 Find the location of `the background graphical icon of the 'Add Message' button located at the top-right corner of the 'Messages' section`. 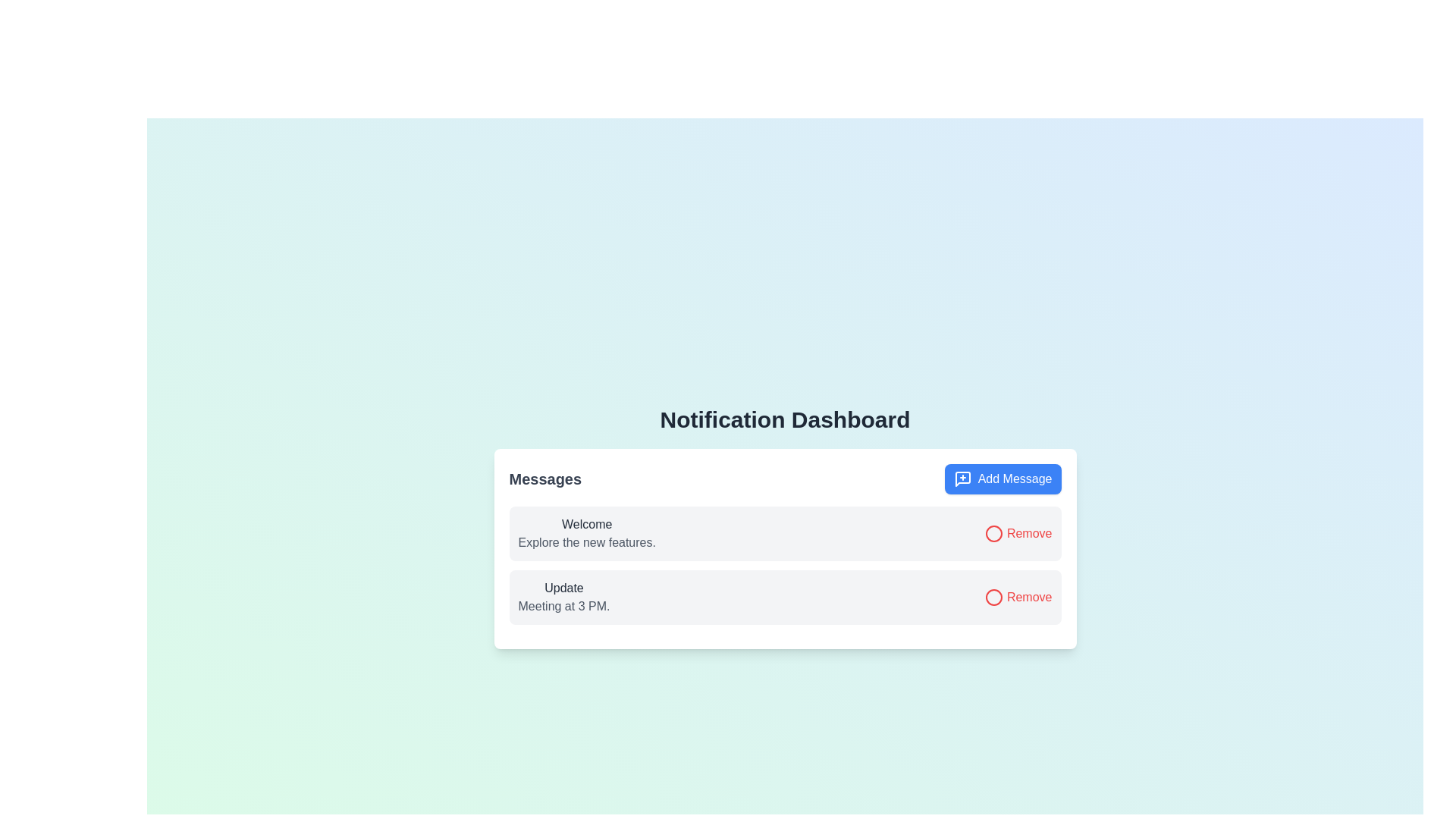

the background graphical icon of the 'Add Message' button located at the top-right corner of the 'Messages' section is located at coordinates (962, 479).